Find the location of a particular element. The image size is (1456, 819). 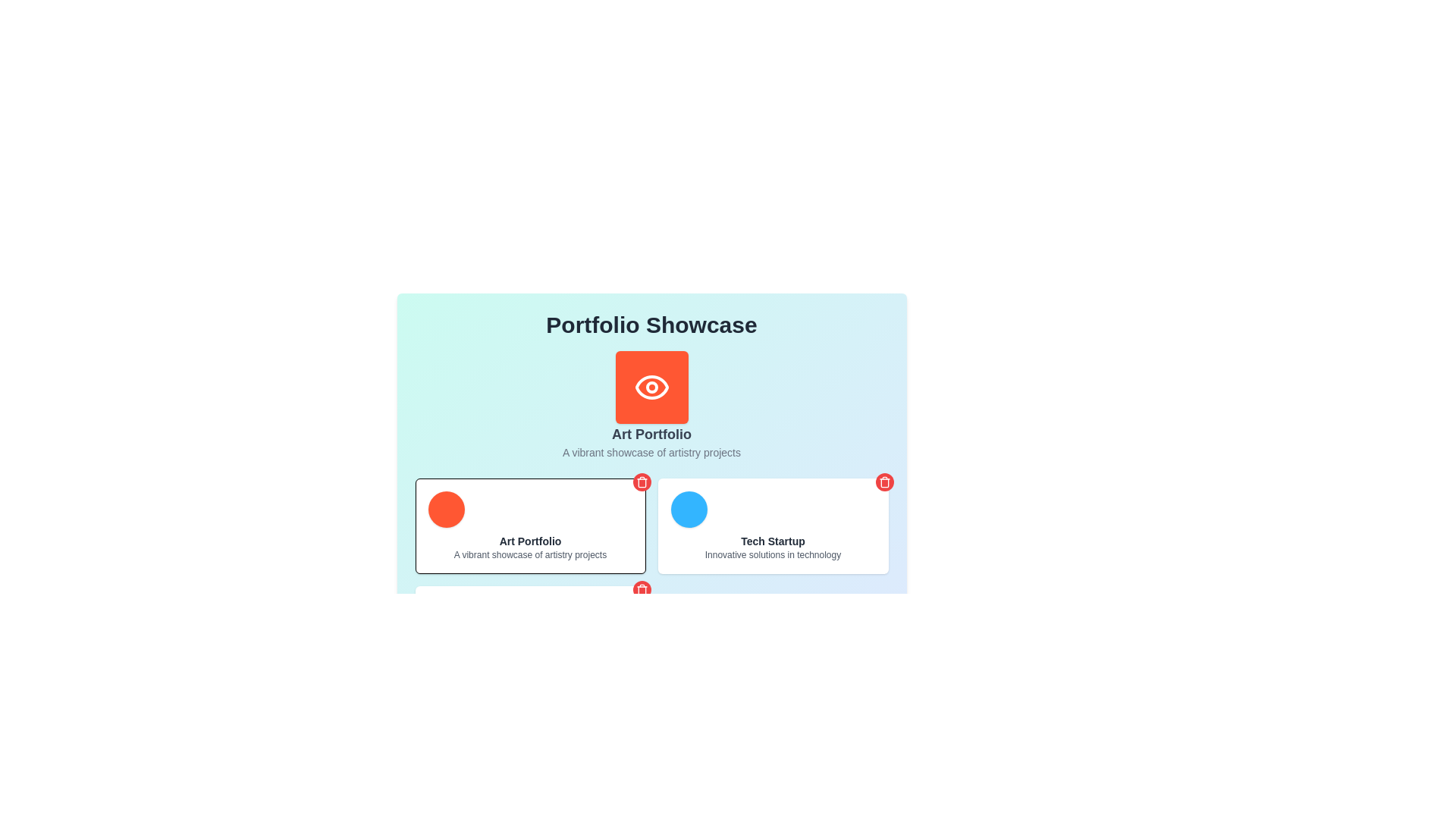

the text element that provides a concise description or summary related to the 'Art Portfolio' title, located below the title within a card-like component in the left card of a two-card layout is located at coordinates (530, 555).